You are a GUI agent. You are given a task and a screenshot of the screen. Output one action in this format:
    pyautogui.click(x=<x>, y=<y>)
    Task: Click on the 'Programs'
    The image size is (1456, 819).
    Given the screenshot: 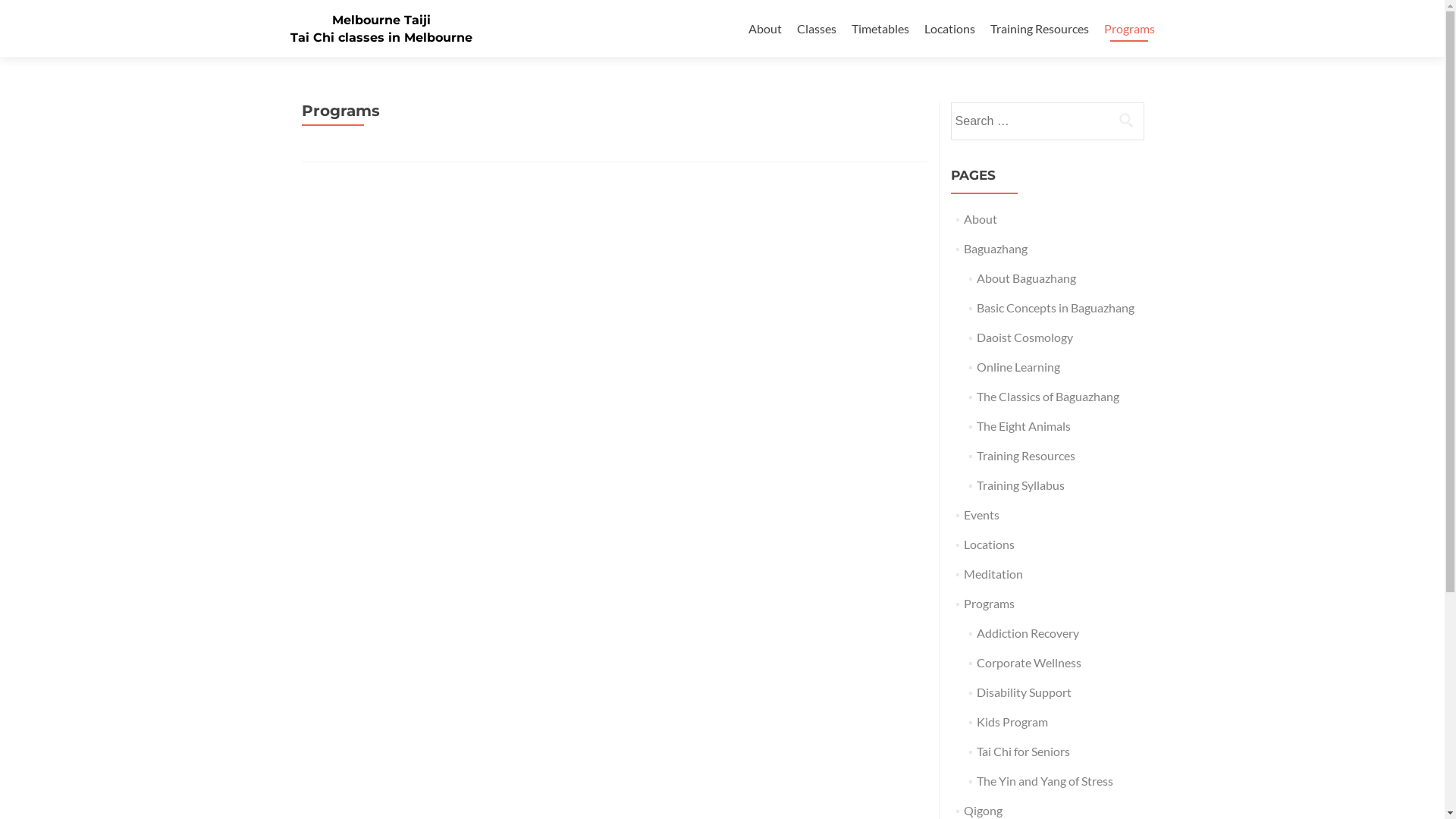 What is the action you would take?
    pyautogui.click(x=1129, y=28)
    